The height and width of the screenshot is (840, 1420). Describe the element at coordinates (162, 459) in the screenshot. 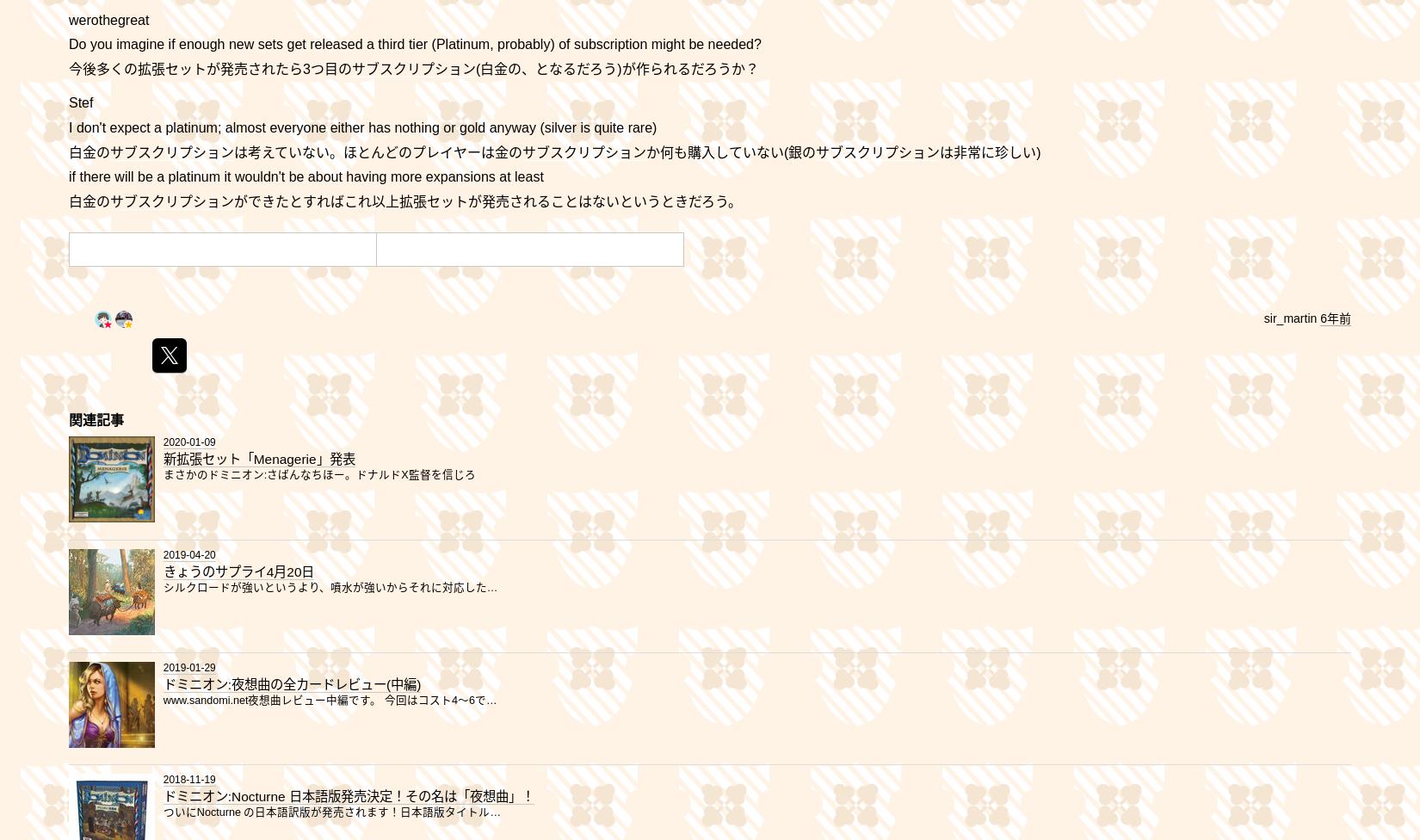

I see `'新拡張セット「Menagerie」発表'` at that location.